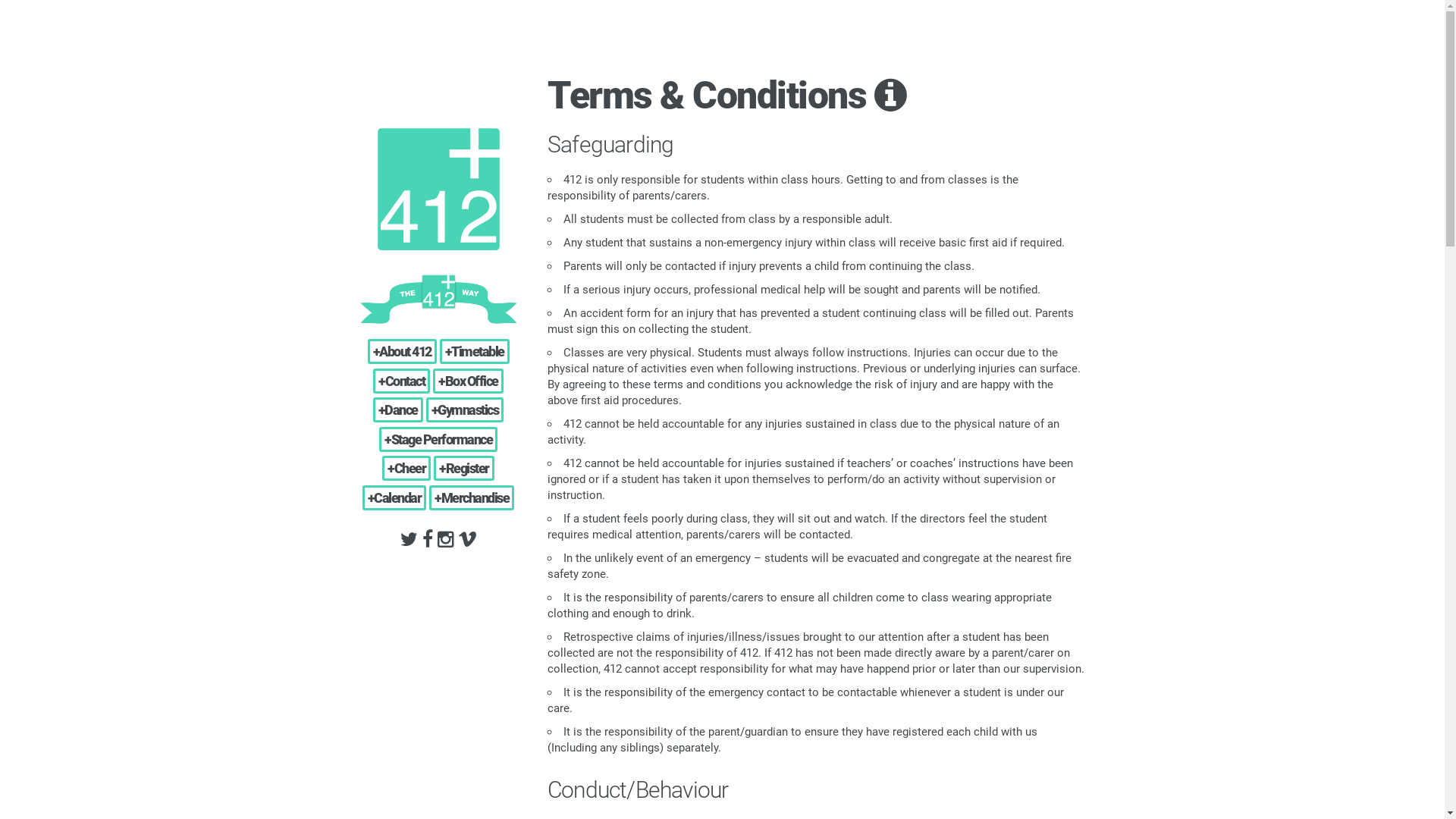  I want to click on 'What is THE412WAY?', so click(437, 300).